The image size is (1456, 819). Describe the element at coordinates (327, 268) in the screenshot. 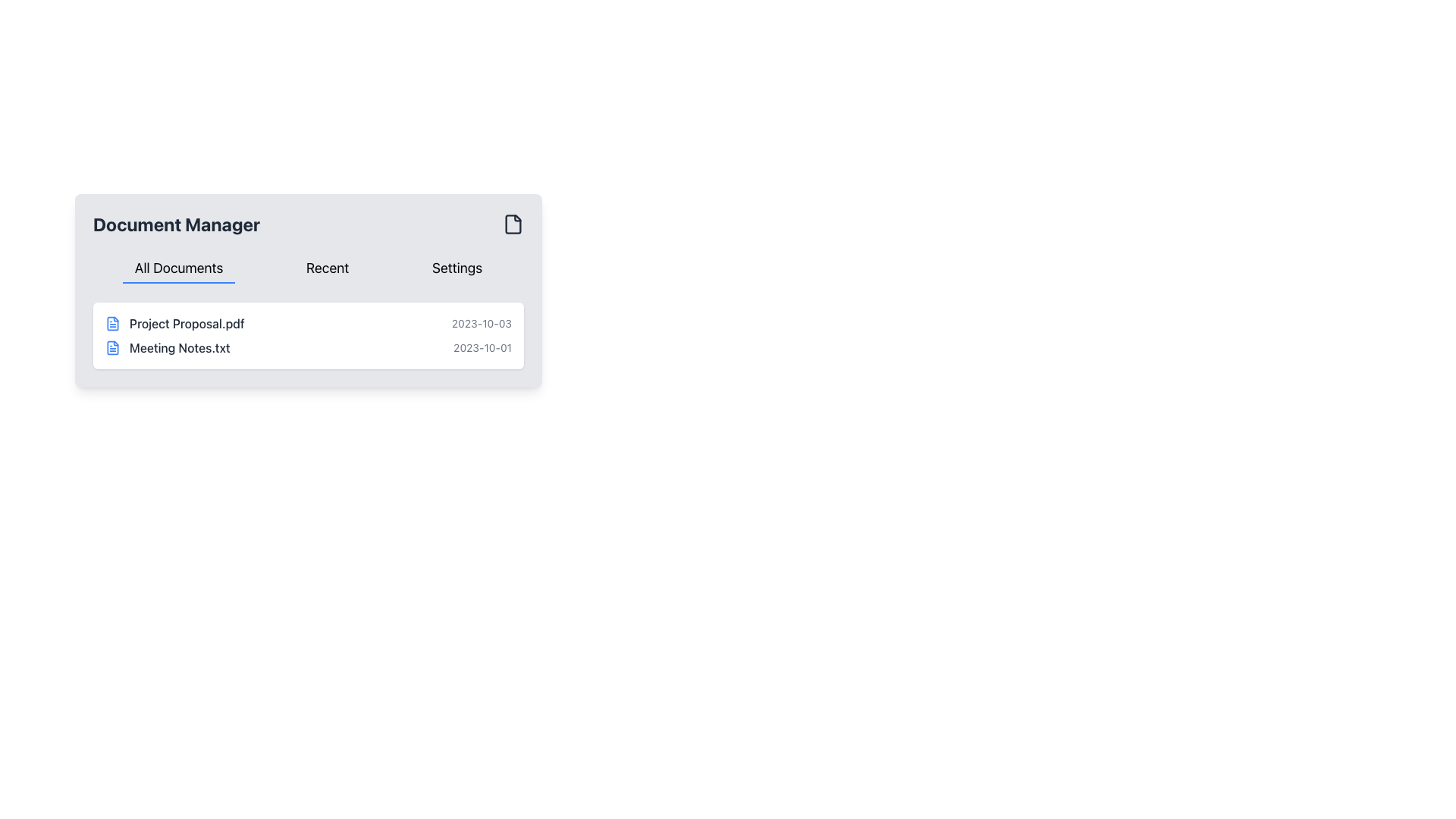

I see `the 'Recent' tab, which is the second tab in the horizontal tab menu among 'All Documents', 'Recent', and 'Settings'` at that location.